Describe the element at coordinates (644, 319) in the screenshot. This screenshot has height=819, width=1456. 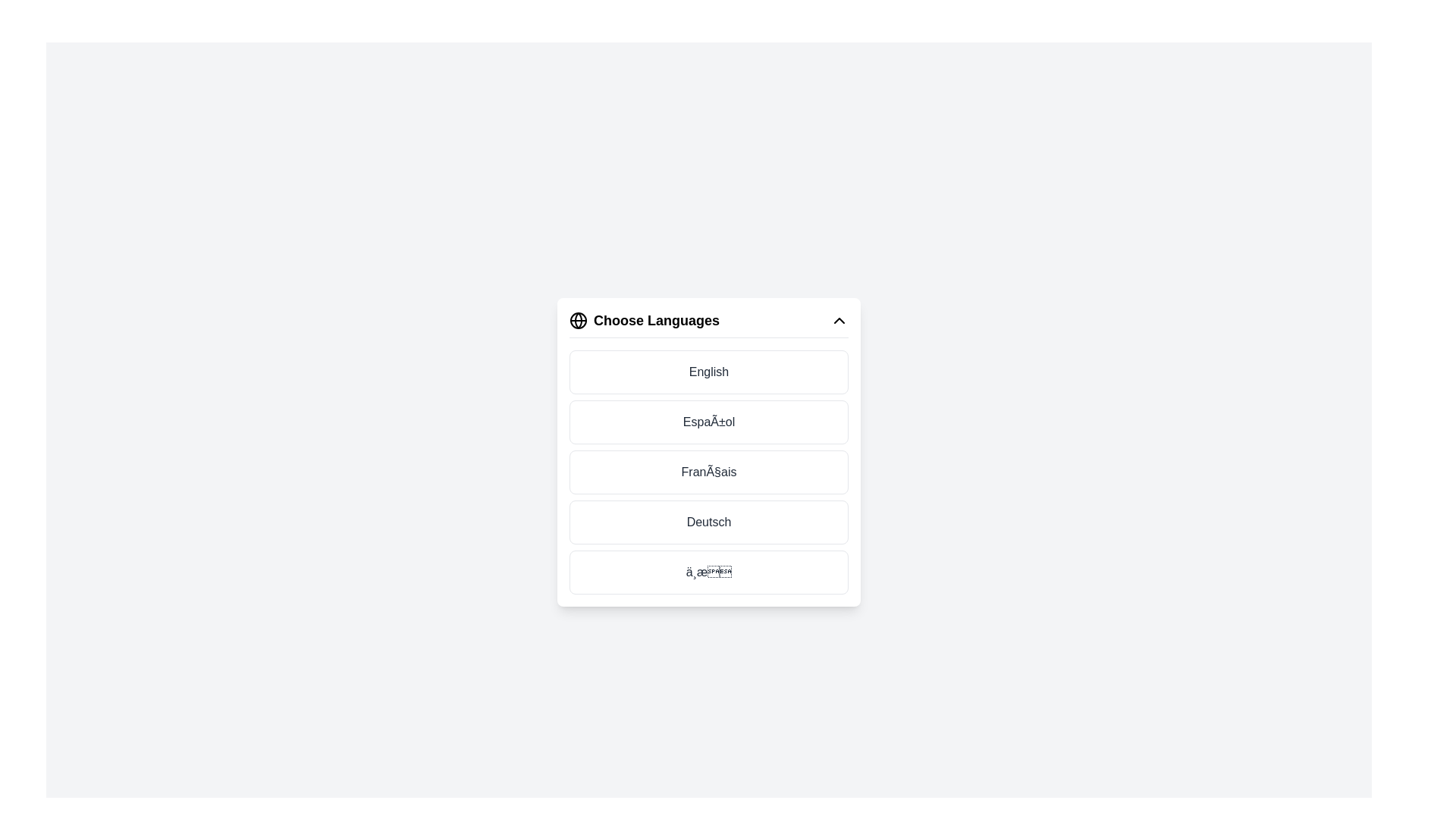
I see `the bold text label 'Choose Languages' with the globe icon adjacent to it, located at the top-left section of the dropdown menu list` at that location.